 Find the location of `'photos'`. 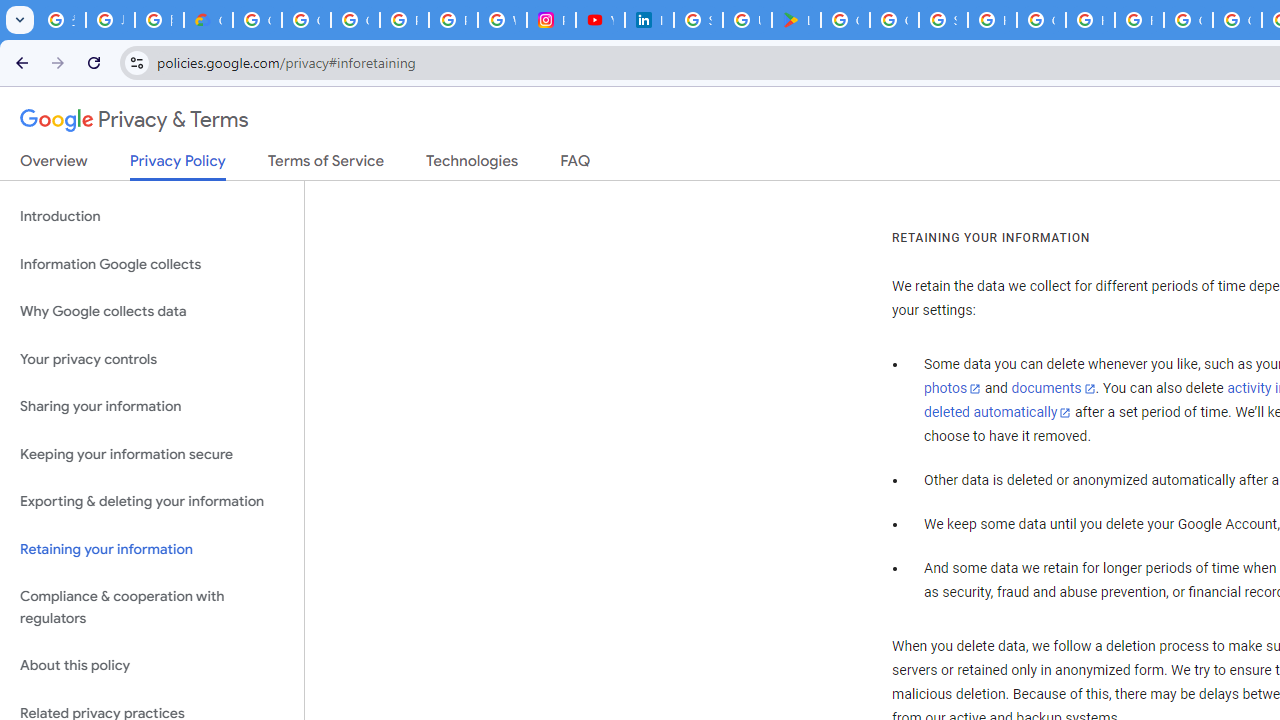

'photos' is located at coordinates (951, 389).